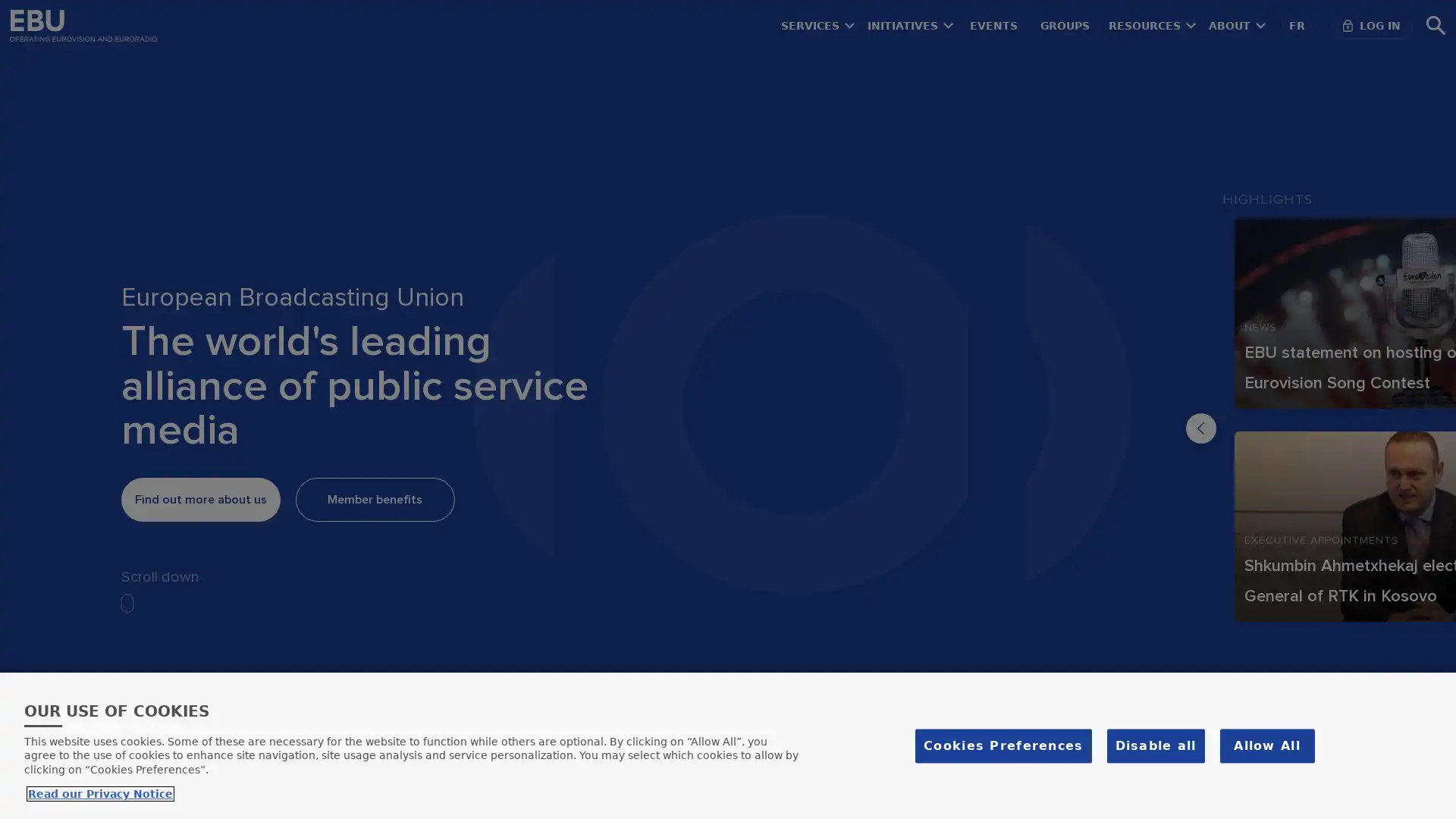 The image size is (1456, 819). What do you see at coordinates (1003, 745) in the screenshot?
I see `Cookies Preferences` at bounding box center [1003, 745].